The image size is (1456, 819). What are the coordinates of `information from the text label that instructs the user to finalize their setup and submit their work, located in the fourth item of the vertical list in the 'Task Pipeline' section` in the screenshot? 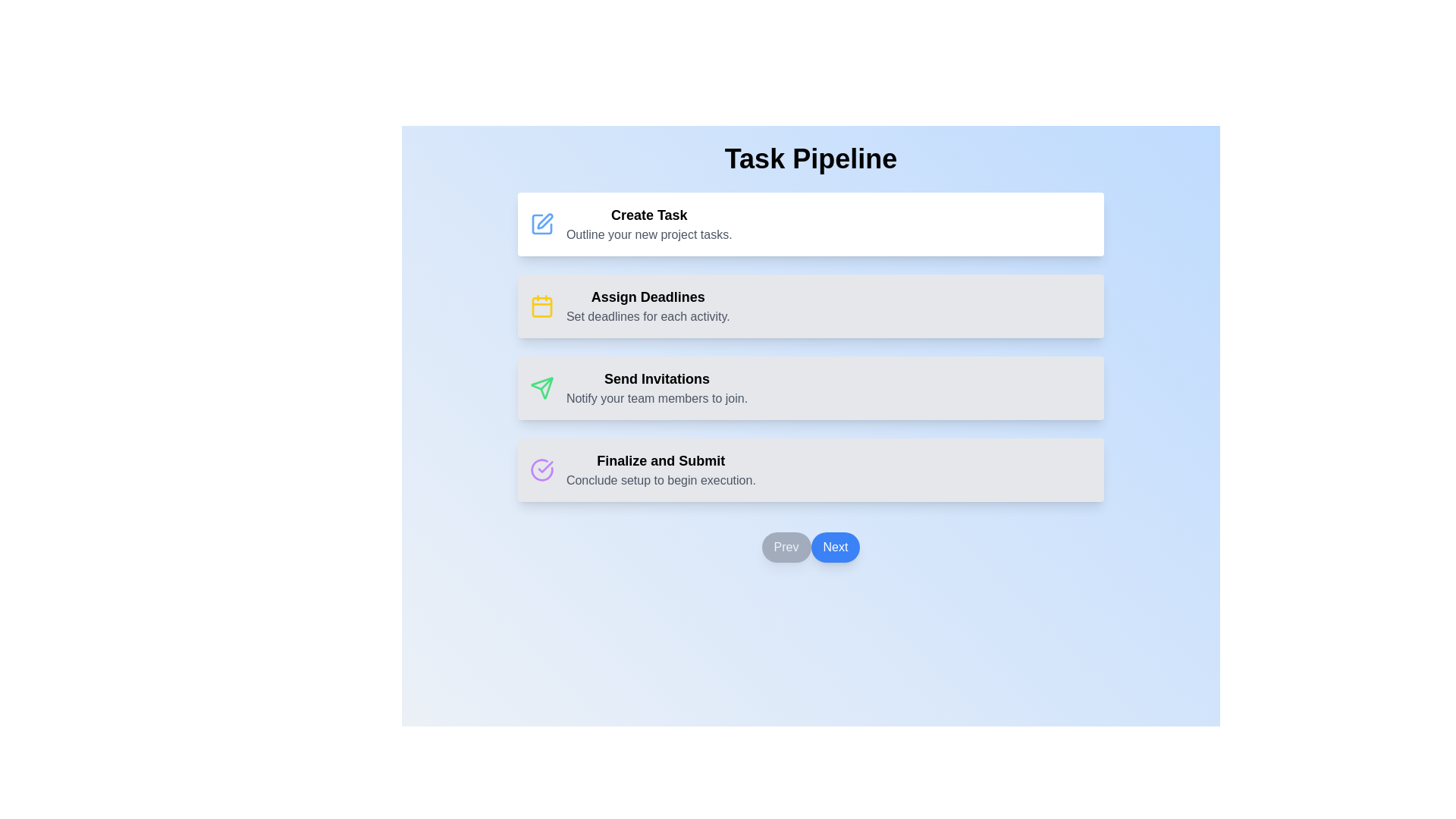 It's located at (661, 460).